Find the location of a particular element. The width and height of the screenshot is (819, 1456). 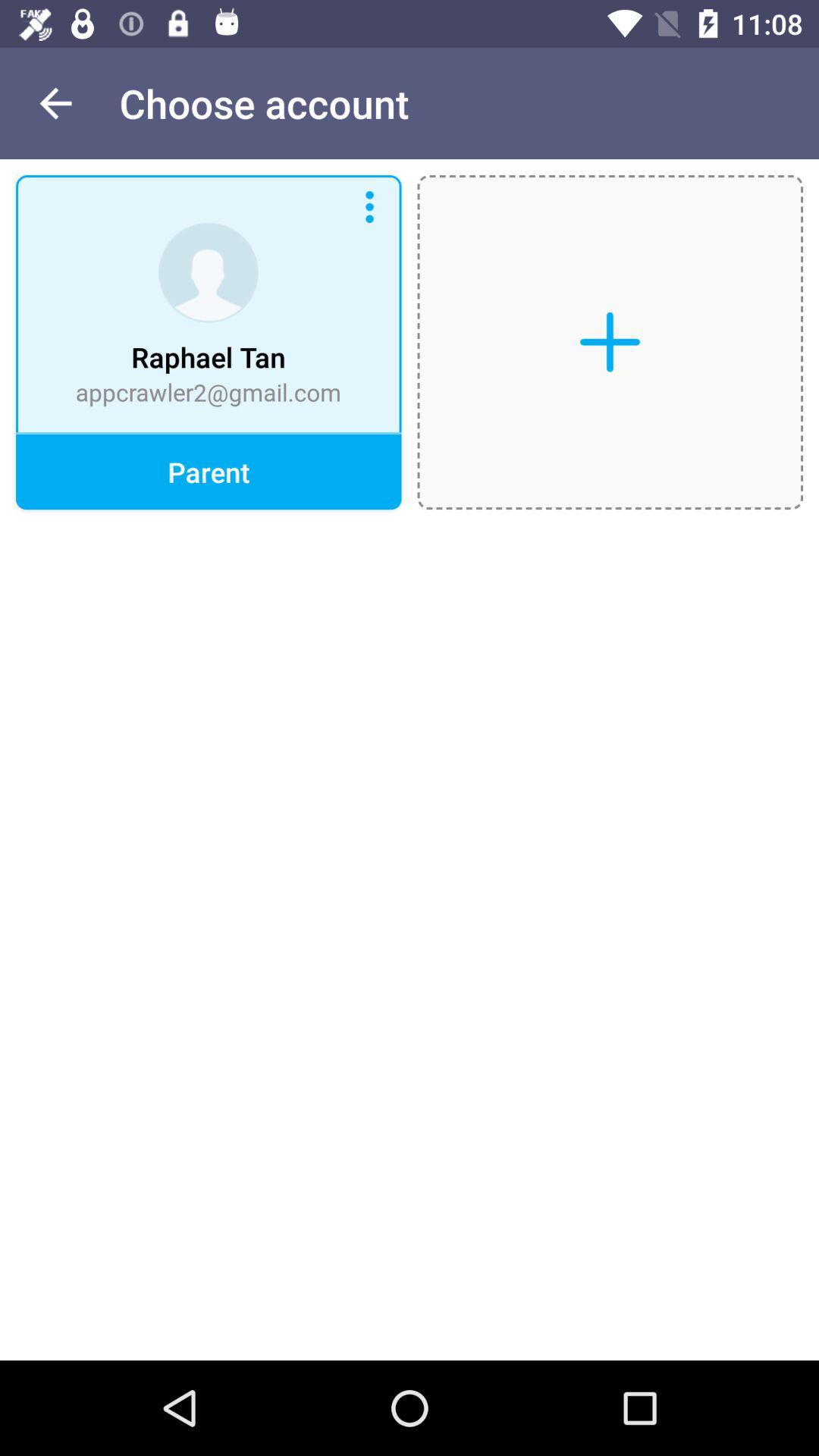

open options is located at coordinates (369, 206).